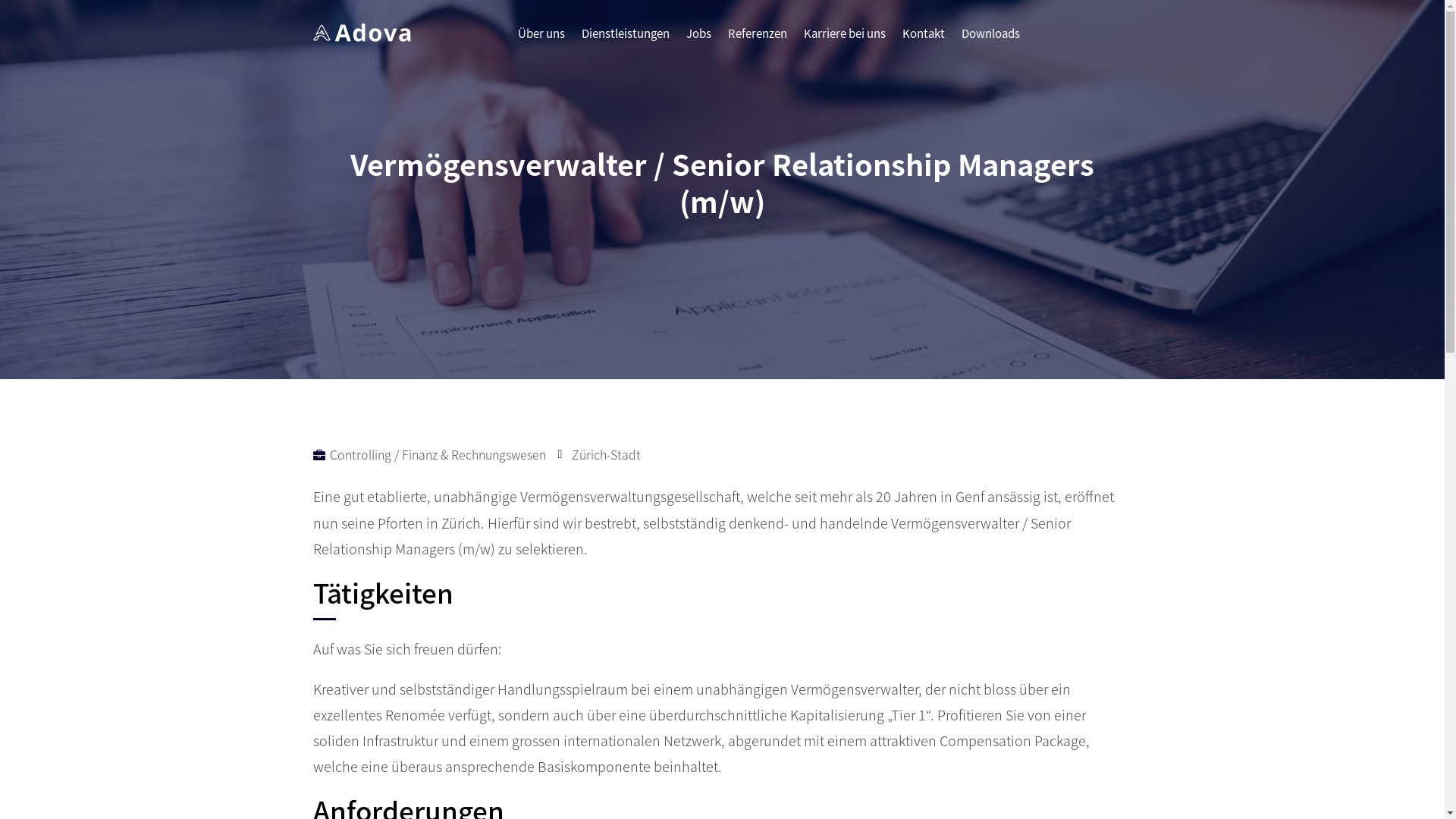 This screenshot has height=819, width=1456. Describe the element at coordinates (803, 38) in the screenshot. I see `'Karriere bei uns'` at that location.